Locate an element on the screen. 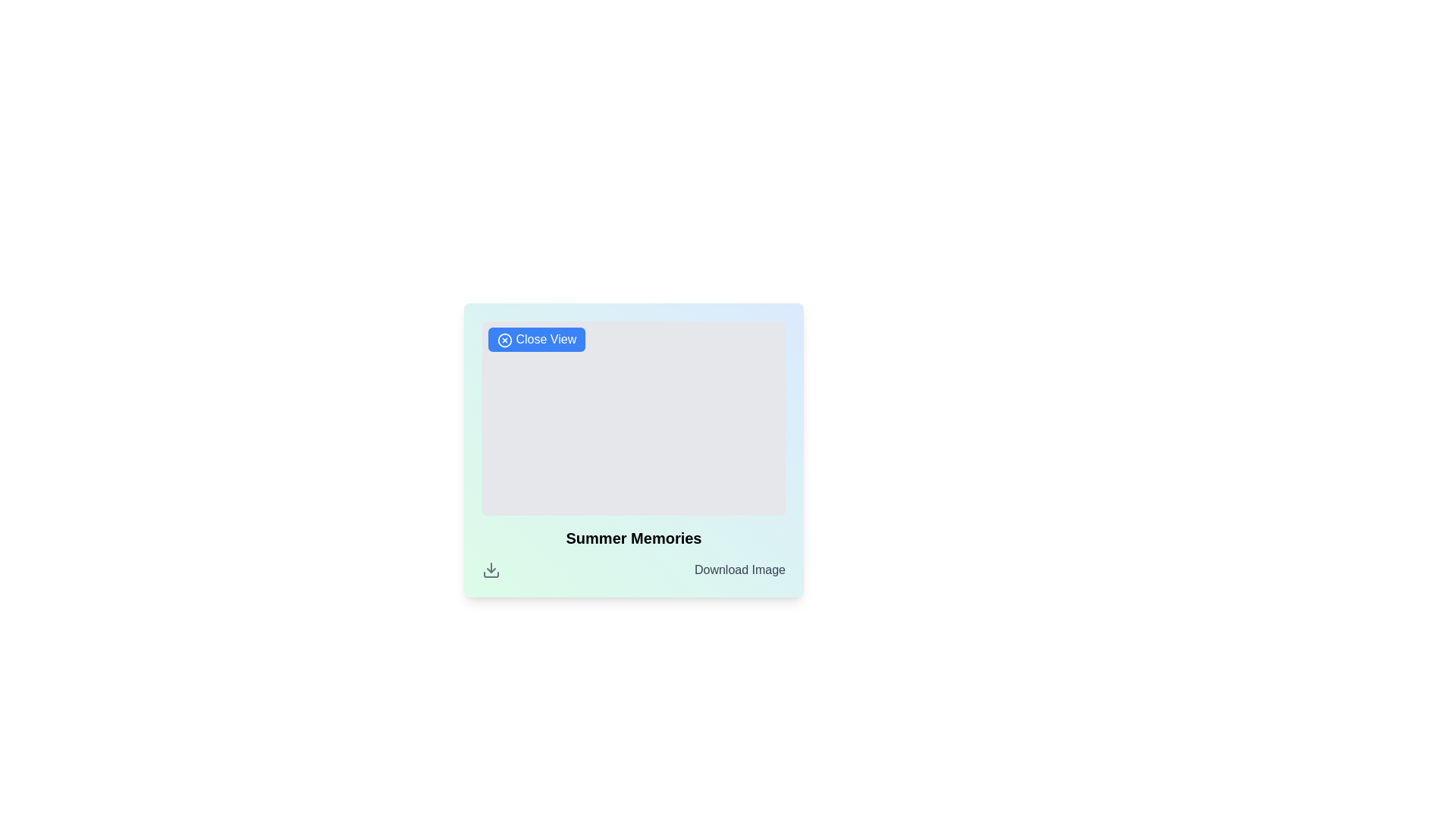 The height and width of the screenshot is (819, 1456). 'Download Image' text label located at the bottom-right corner of the card UI section, which is displayed in gray color is located at coordinates (739, 570).